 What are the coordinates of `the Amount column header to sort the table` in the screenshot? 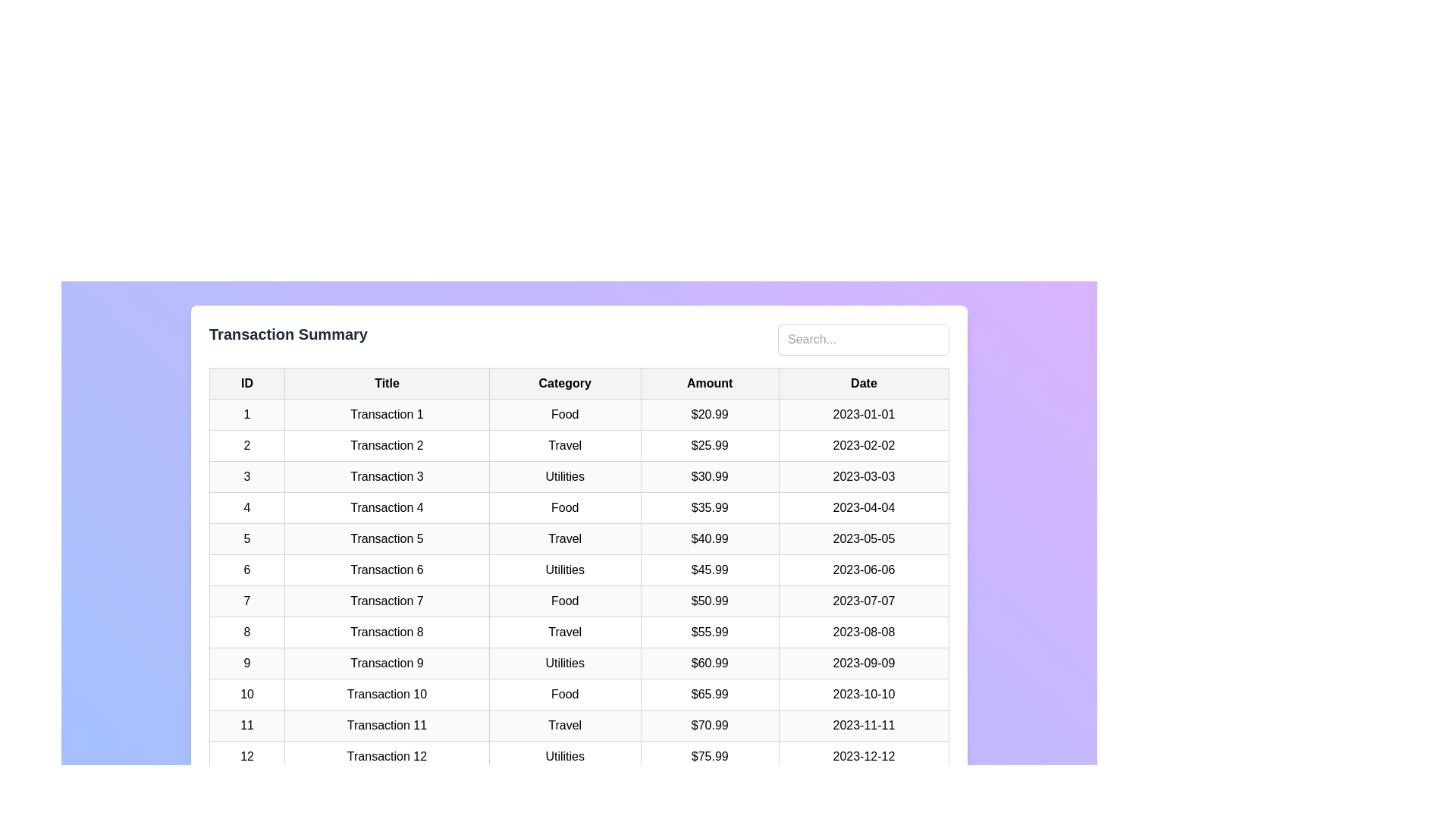 It's located at (709, 382).